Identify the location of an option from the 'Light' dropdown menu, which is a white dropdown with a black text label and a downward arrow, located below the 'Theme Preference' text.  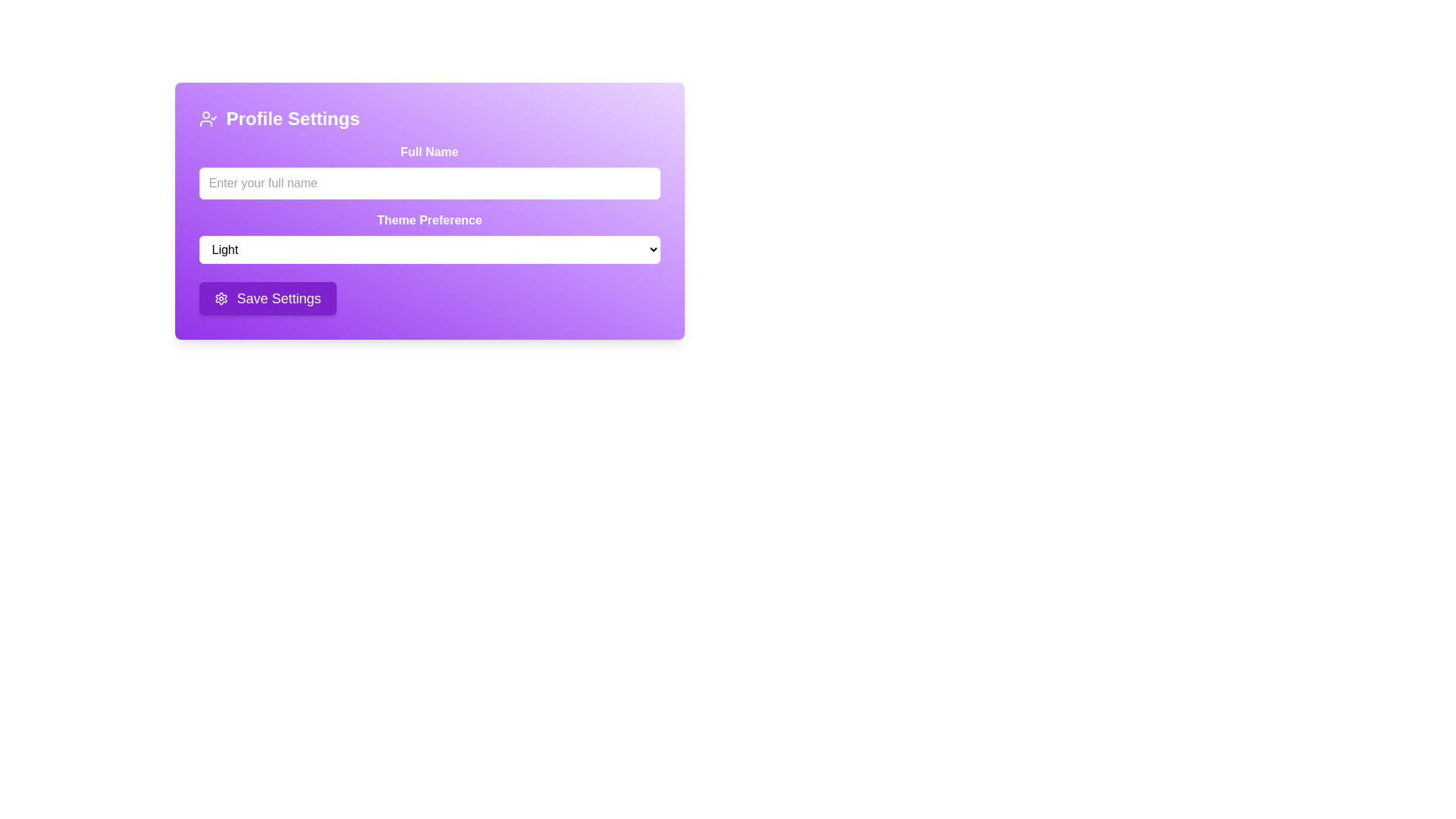
(428, 249).